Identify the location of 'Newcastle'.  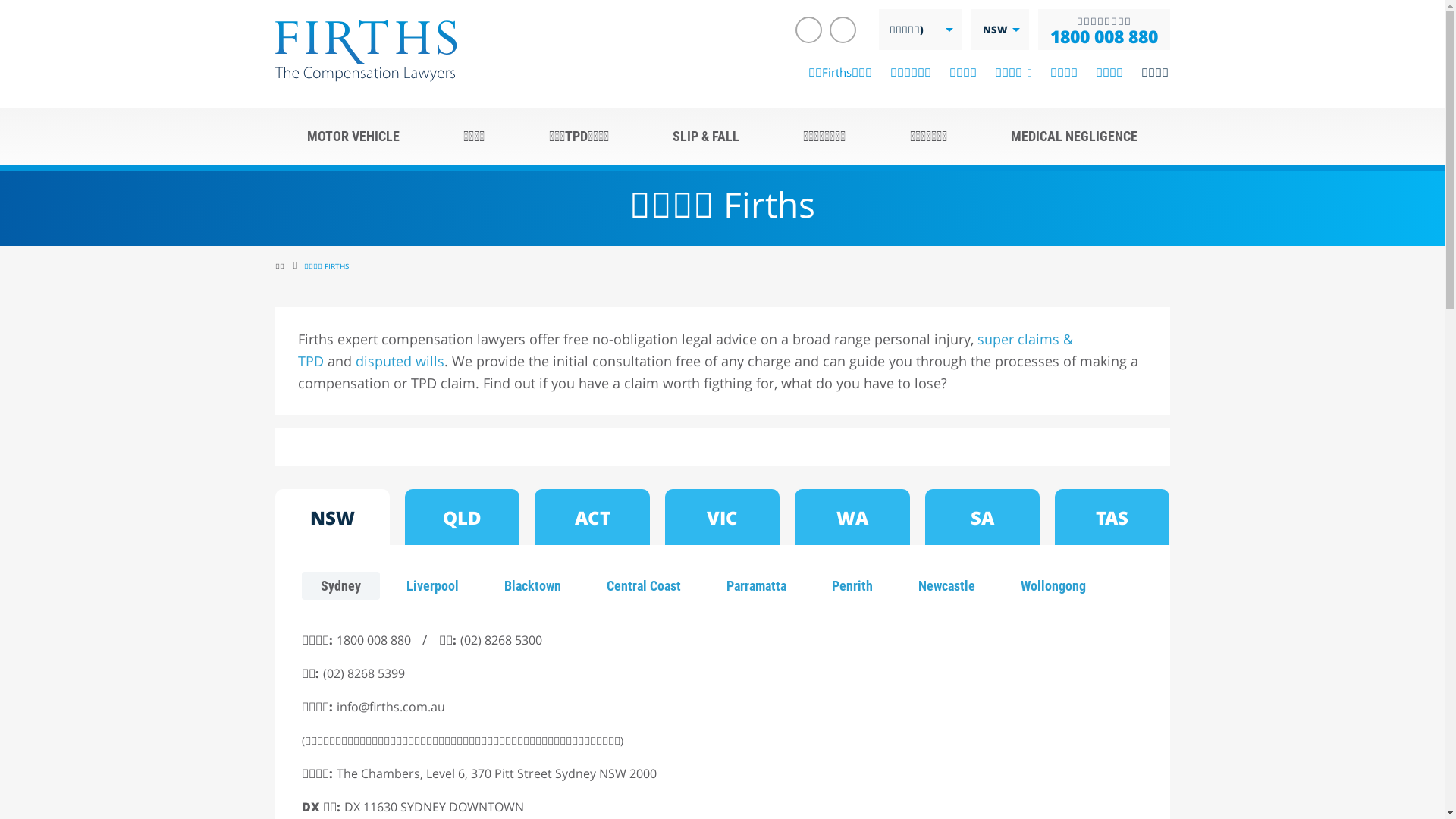
(946, 585).